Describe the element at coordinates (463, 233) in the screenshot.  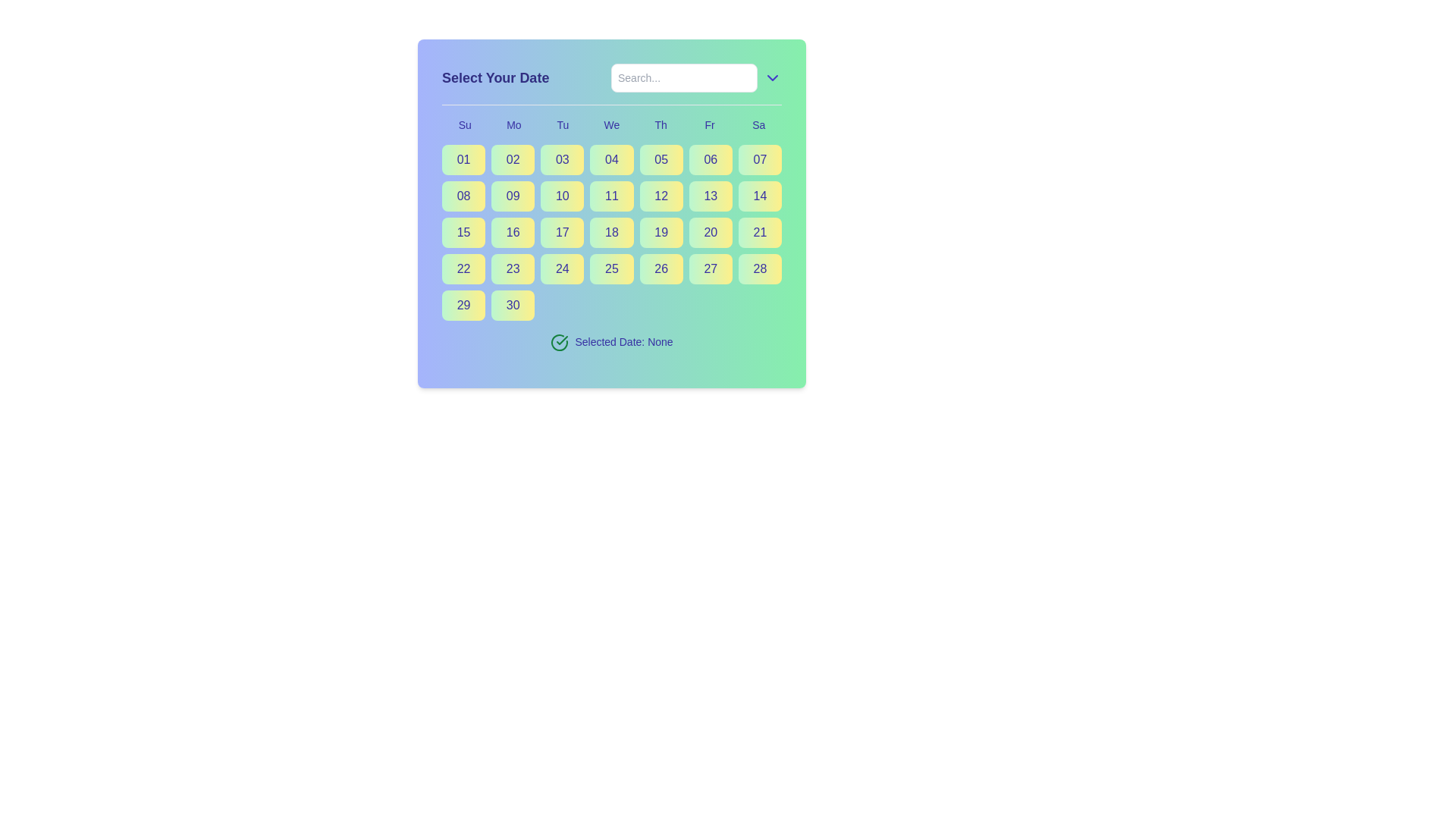
I see `the button in the third row and first column of the calendar interface` at that location.